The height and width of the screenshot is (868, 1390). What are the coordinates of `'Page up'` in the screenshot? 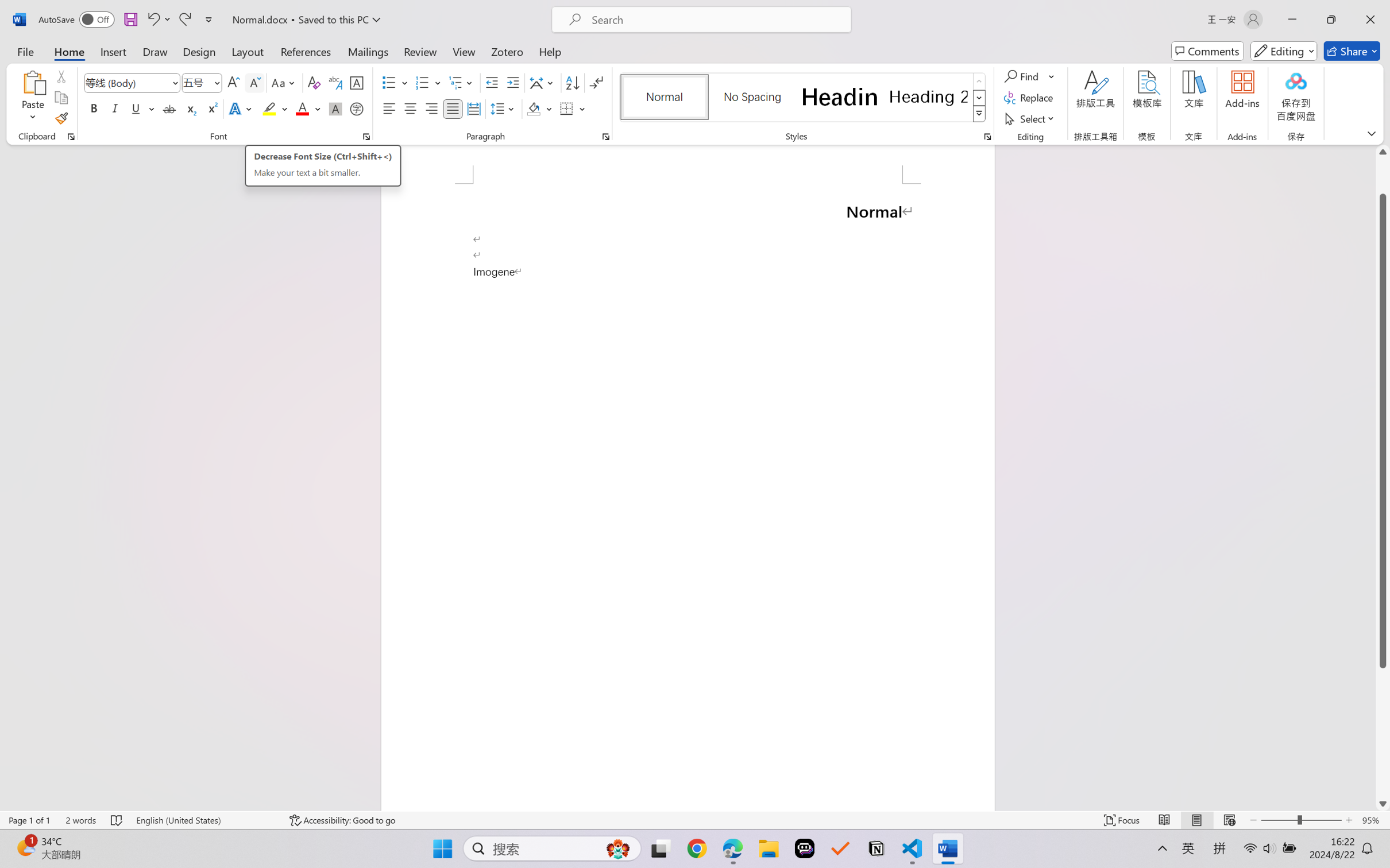 It's located at (1383, 175).